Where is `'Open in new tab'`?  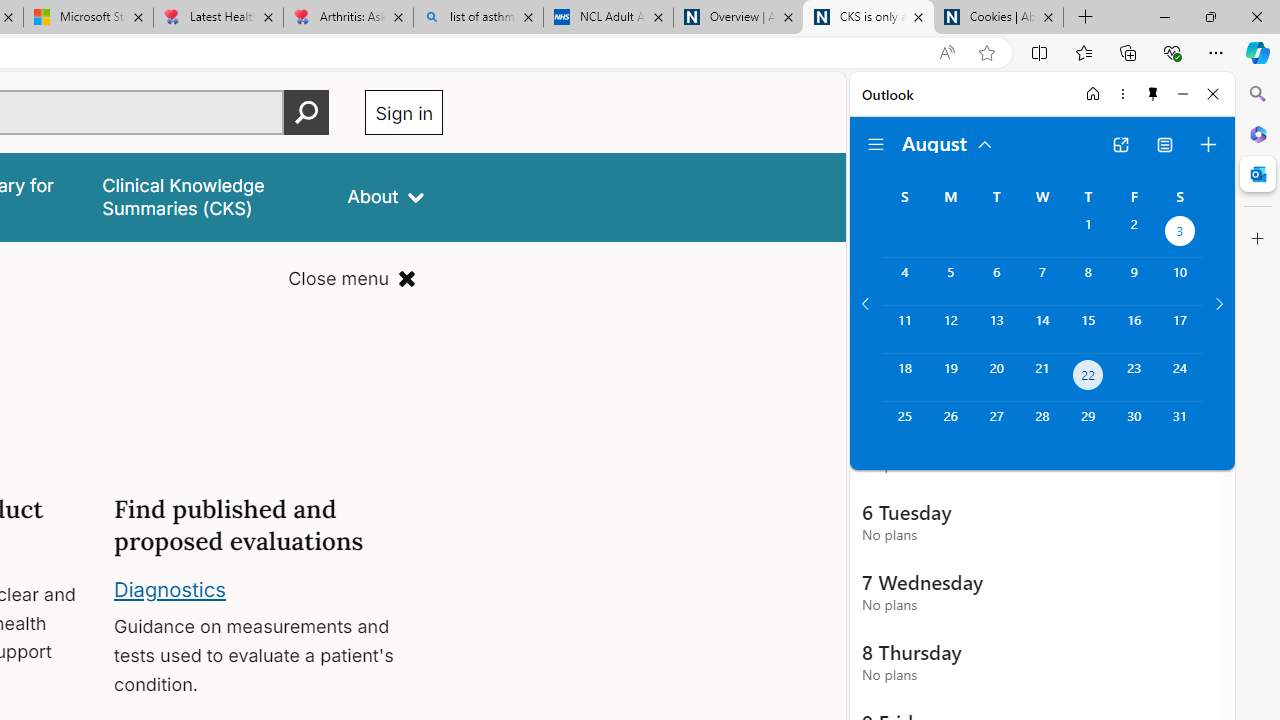 'Open in new tab' is located at coordinates (1120, 144).